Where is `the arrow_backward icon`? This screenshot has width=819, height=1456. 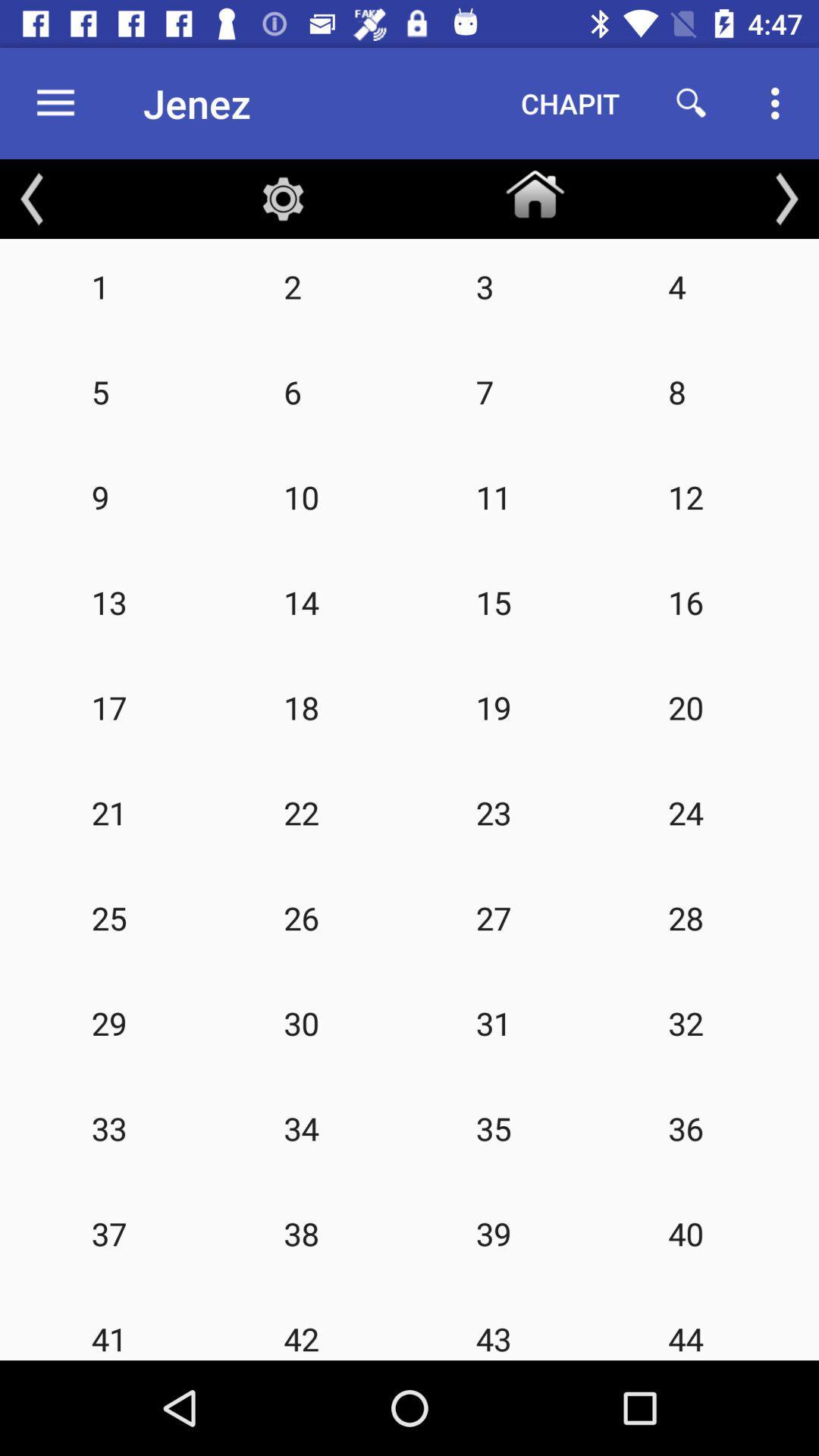
the arrow_backward icon is located at coordinates (32, 198).